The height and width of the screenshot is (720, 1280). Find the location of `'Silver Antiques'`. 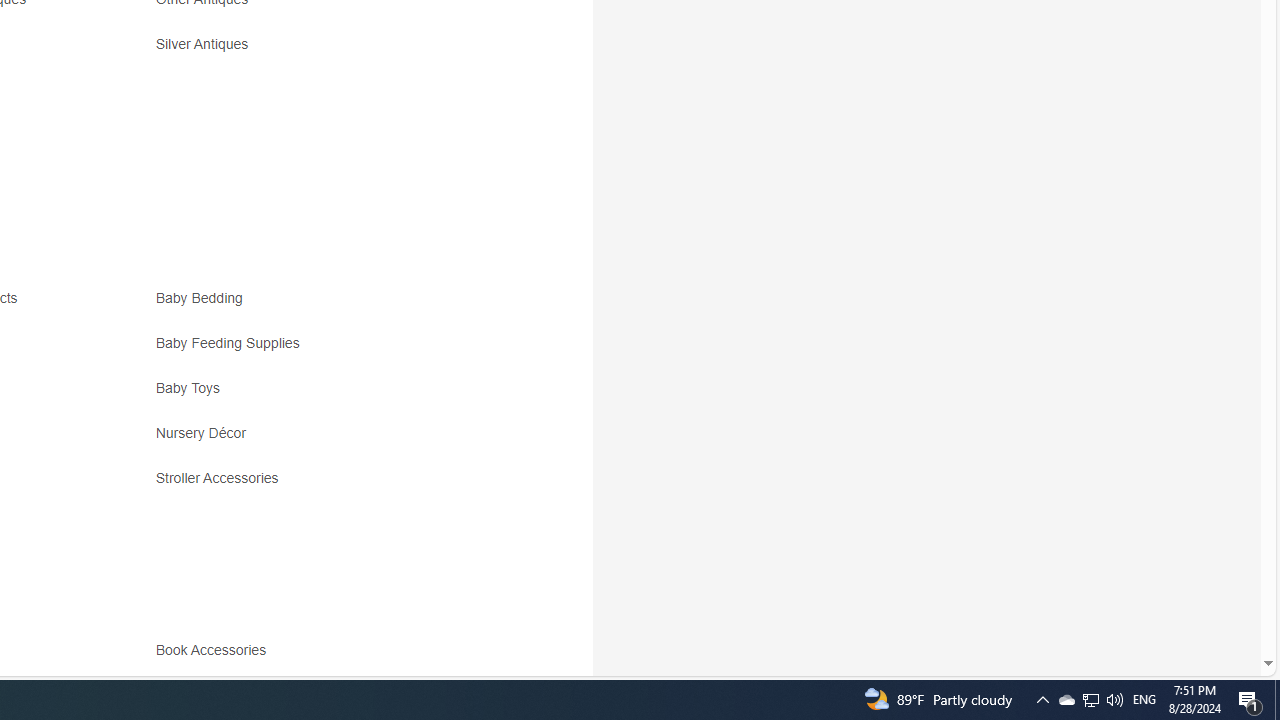

'Silver Antiques' is located at coordinates (332, 50).